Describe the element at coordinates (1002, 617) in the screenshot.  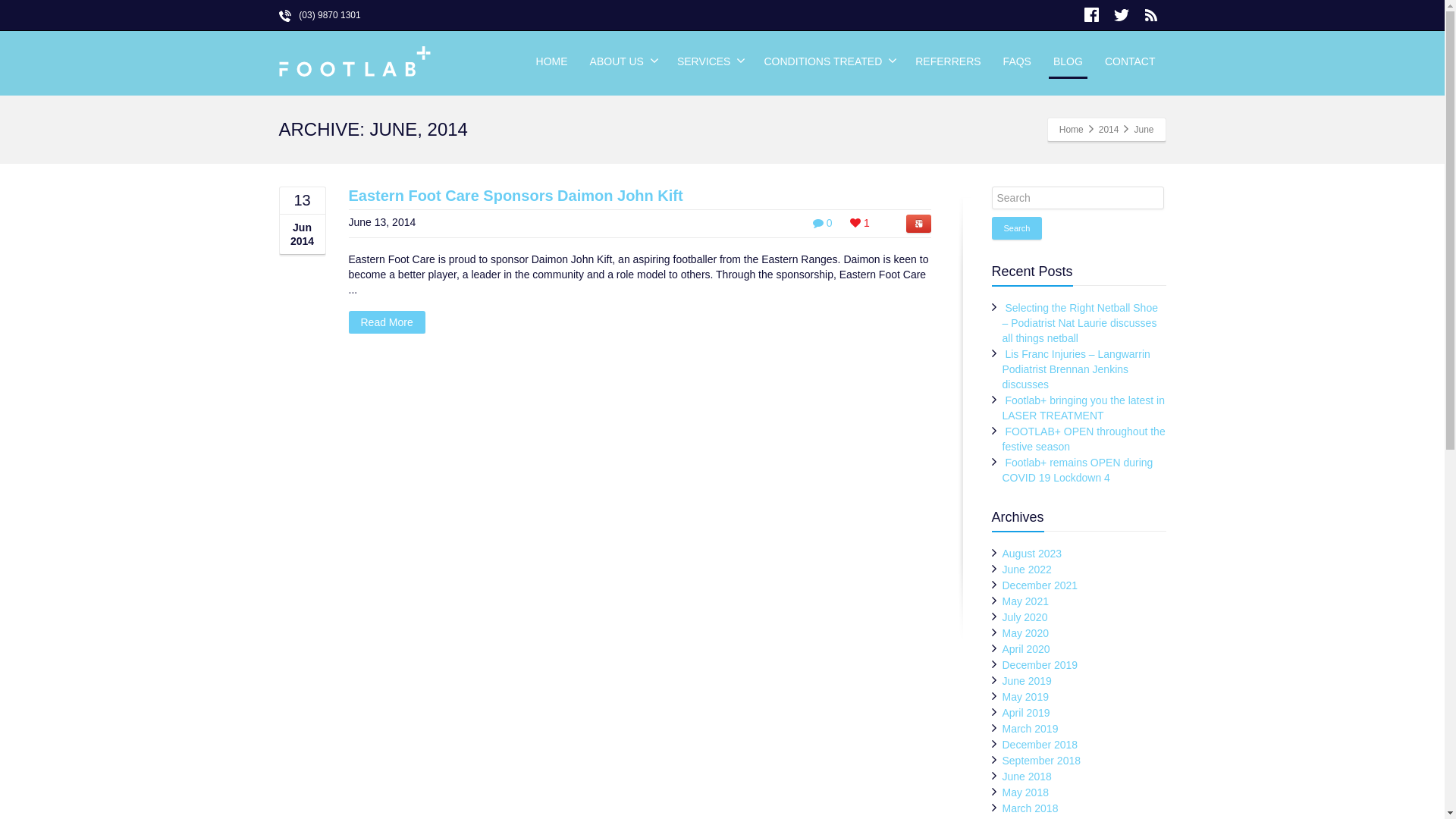
I see `'July 2020'` at that location.